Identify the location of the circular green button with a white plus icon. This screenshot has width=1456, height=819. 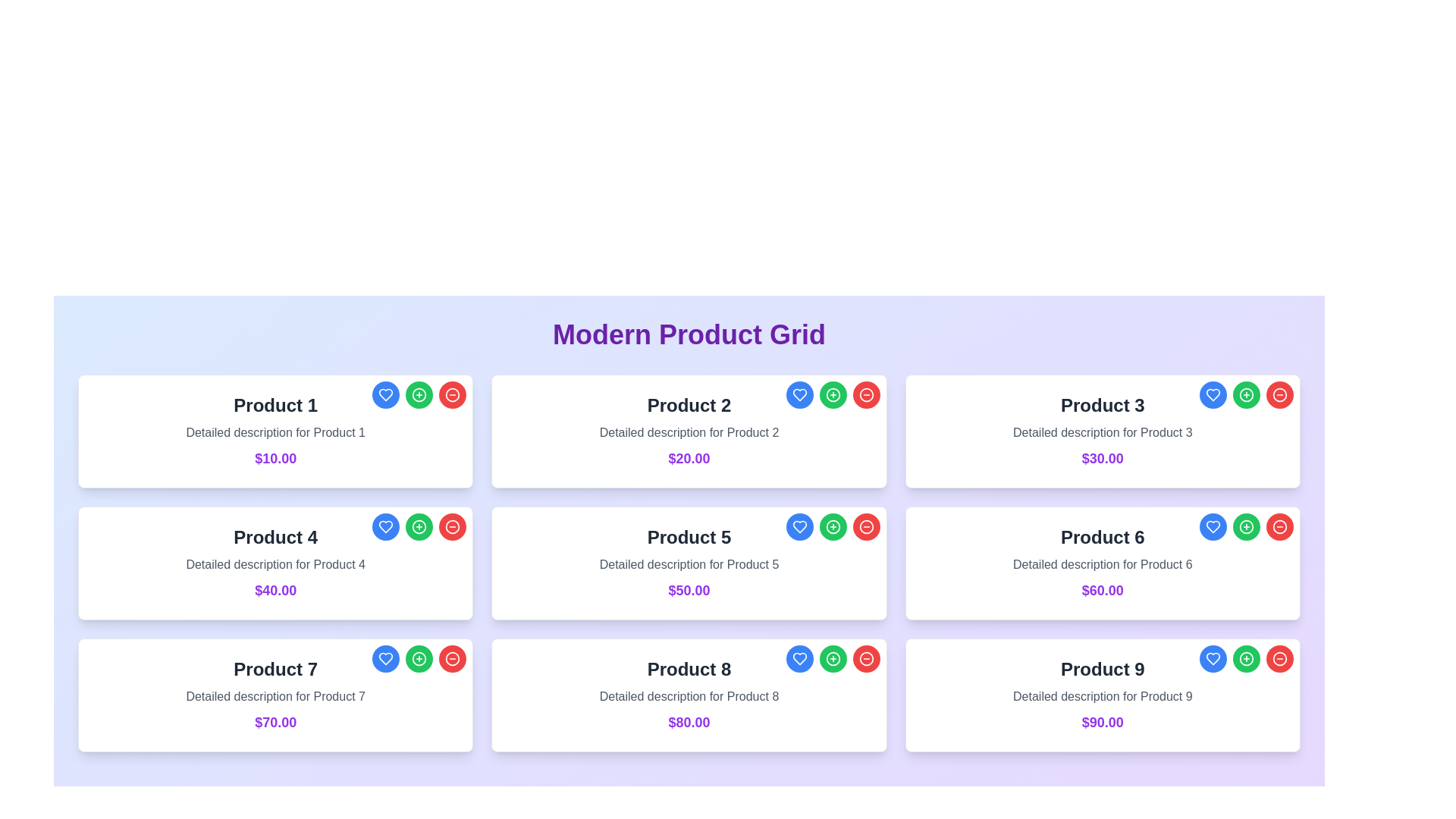
(832, 657).